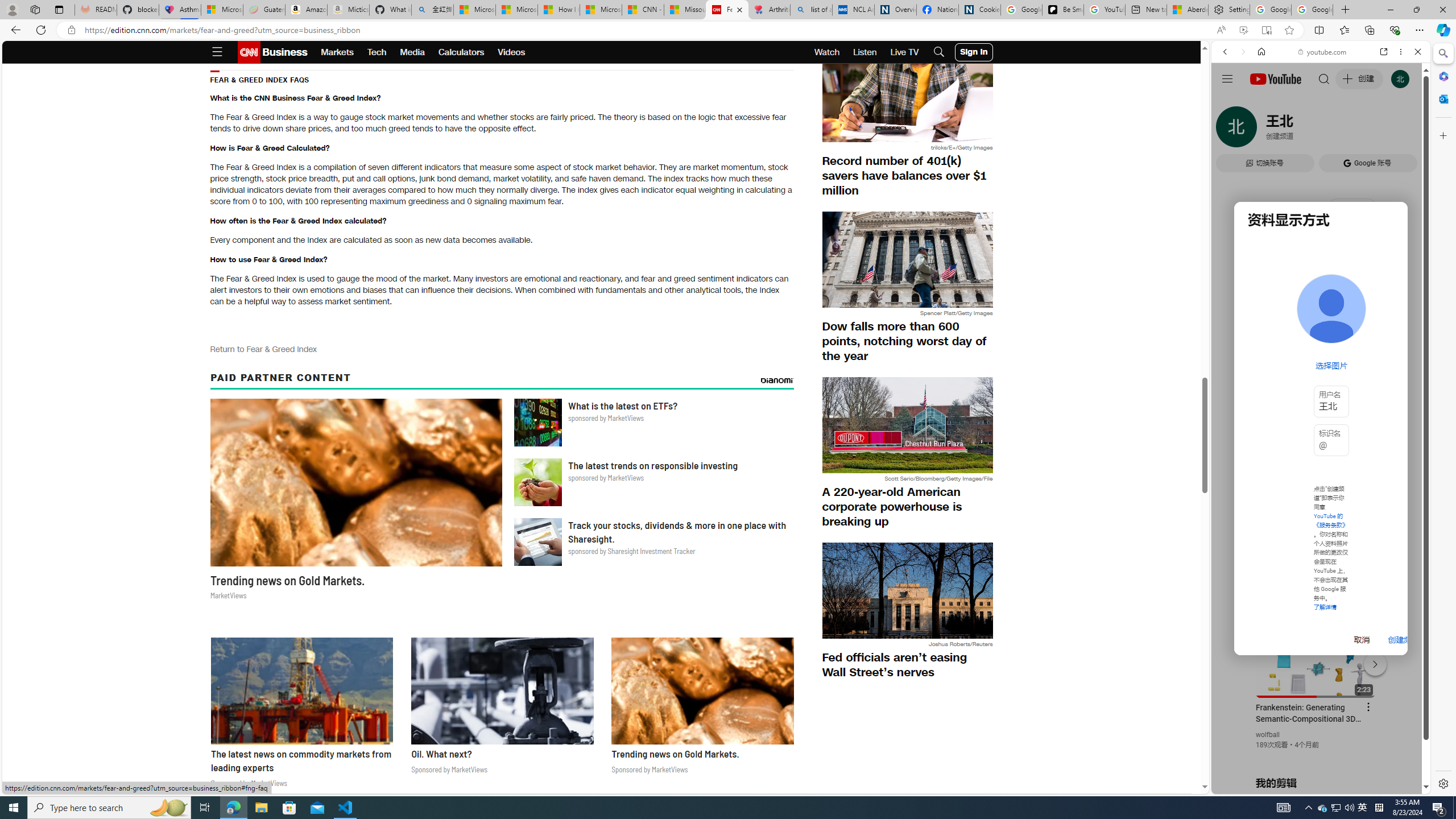 The width and height of the screenshot is (1456, 819). Describe the element at coordinates (511, 52) in the screenshot. I see `'Videos'` at that location.